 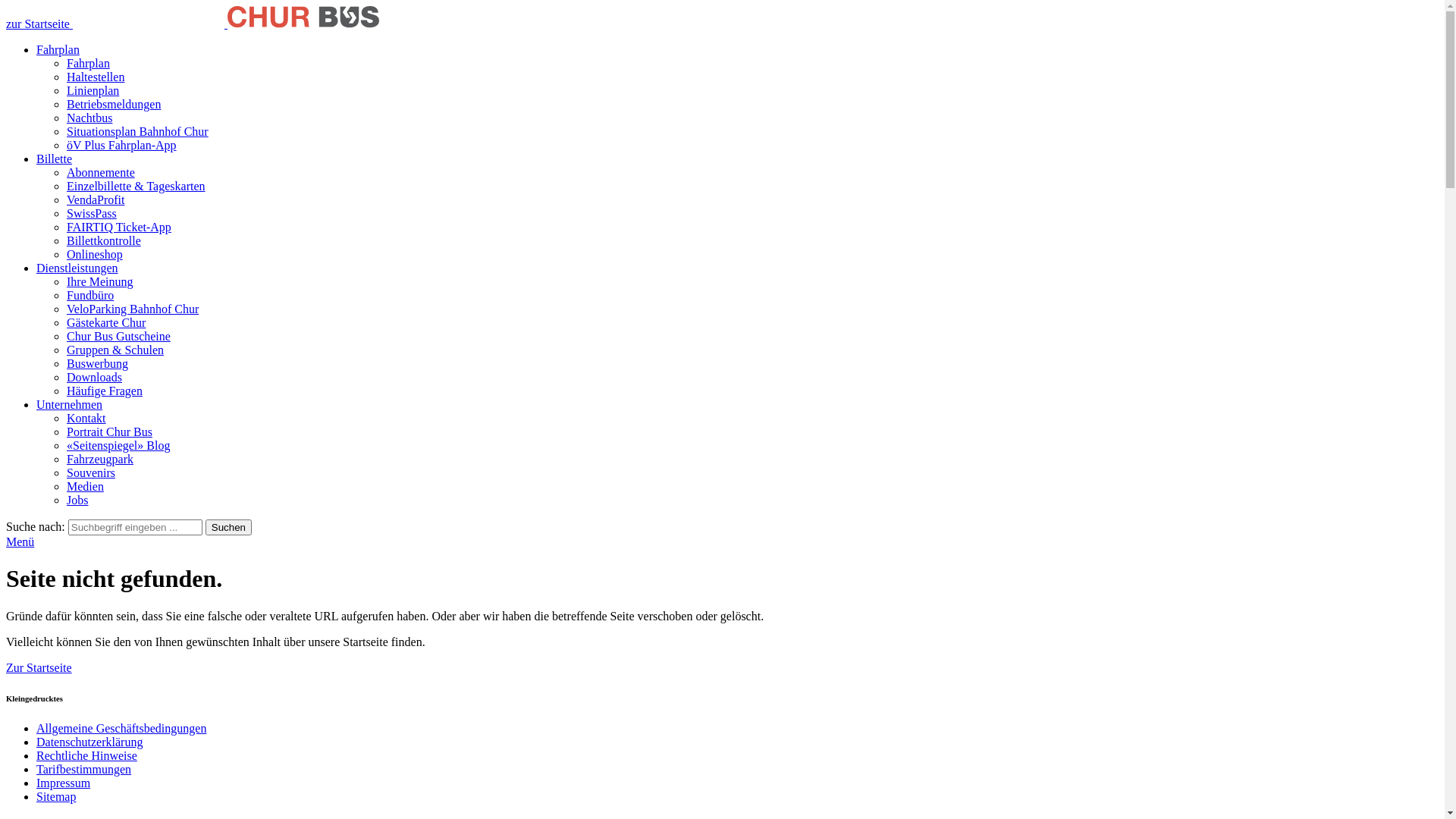 What do you see at coordinates (103, 240) in the screenshot?
I see `'Billettkontrolle'` at bounding box center [103, 240].